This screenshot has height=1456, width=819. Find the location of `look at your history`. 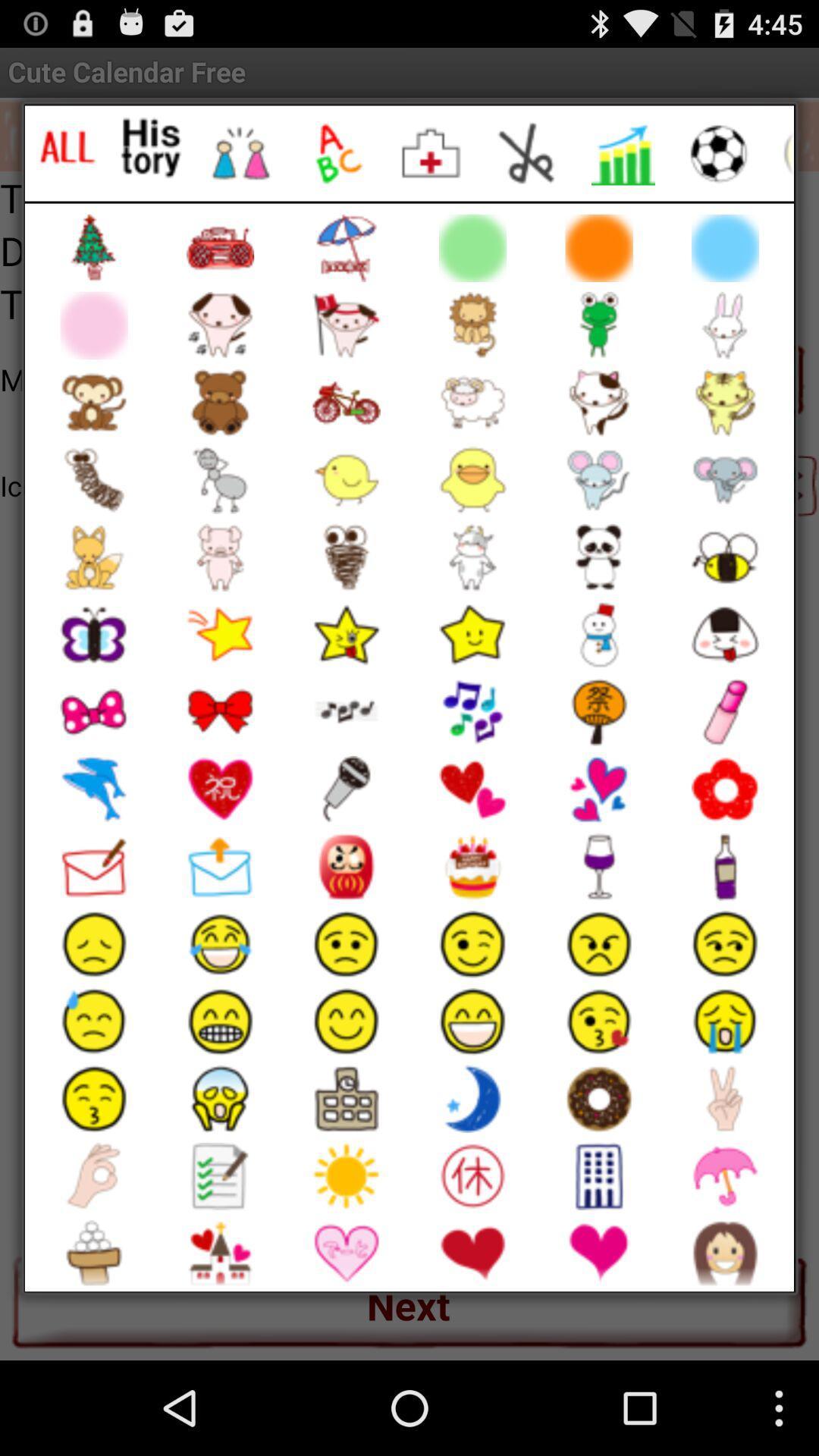

look at your history is located at coordinates (151, 148).